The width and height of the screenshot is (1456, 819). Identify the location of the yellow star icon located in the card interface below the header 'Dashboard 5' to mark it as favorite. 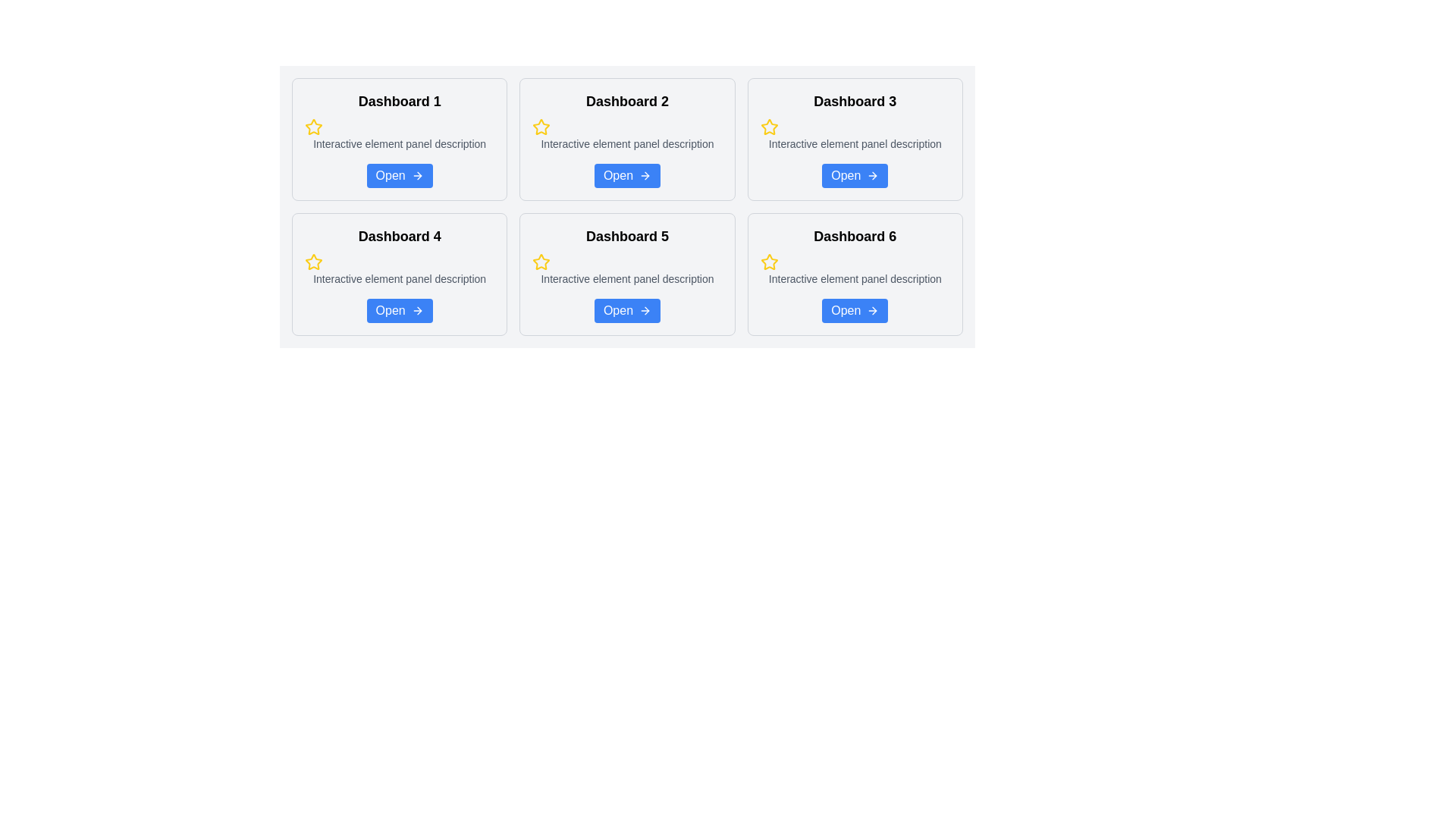
(541, 262).